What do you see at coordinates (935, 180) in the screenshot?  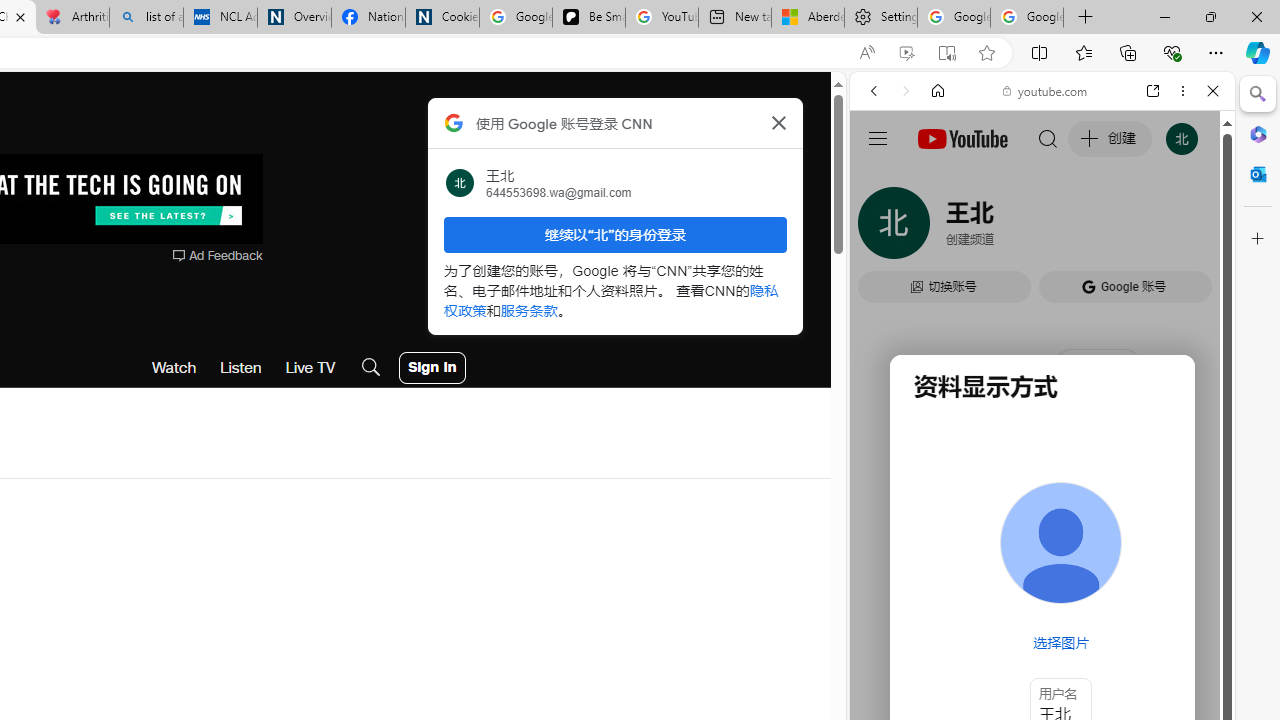 I see `'This site scope'` at bounding box center [935, 180].